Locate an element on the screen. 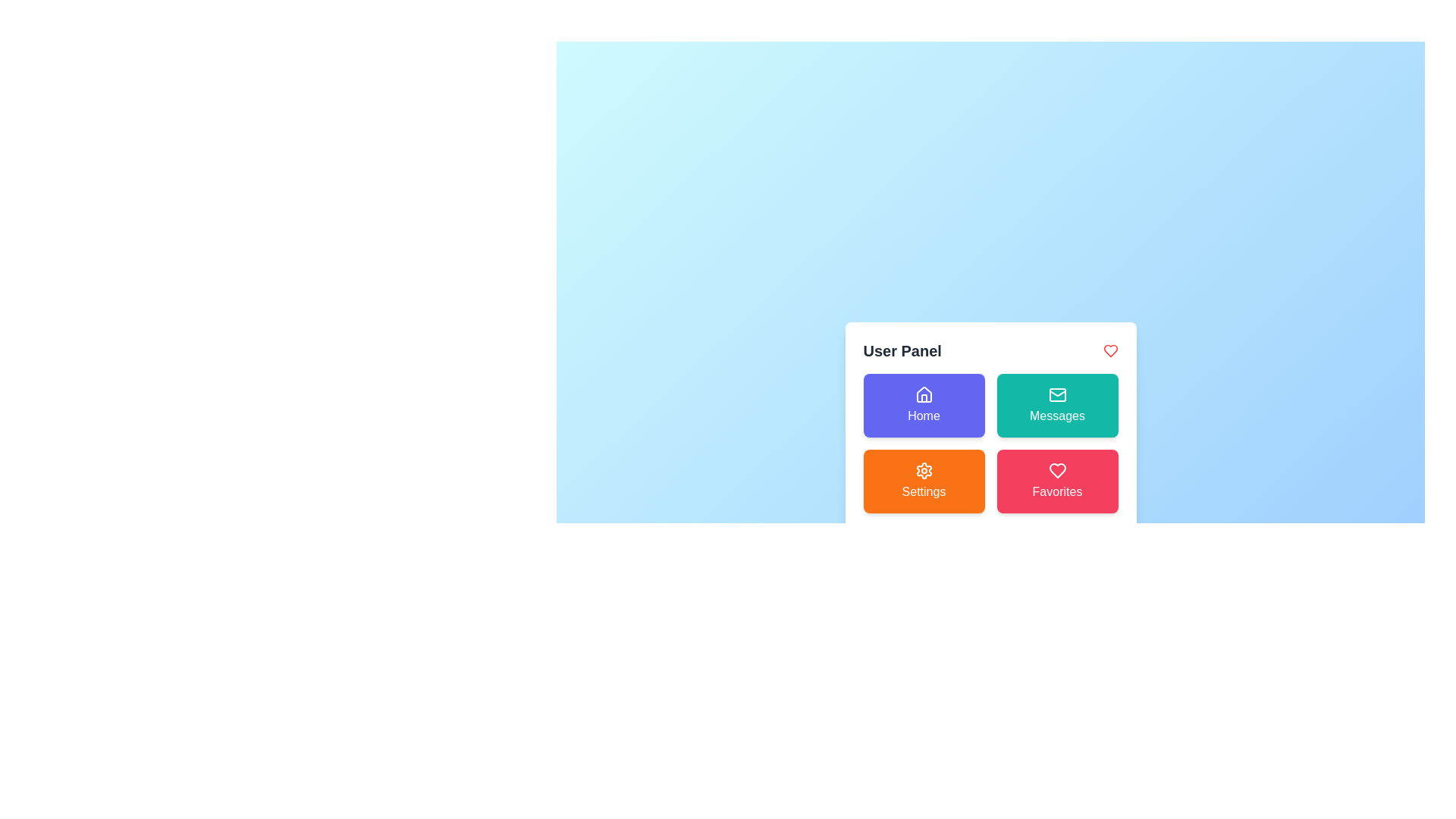 This screenshot has width=1456, height=819. the 'Favorites' icon, which visually represents the functionality to manage favorite items, located above the text 'Favorites' in the bottom-right corner of the user interface is located at coordinates (1056, 470).